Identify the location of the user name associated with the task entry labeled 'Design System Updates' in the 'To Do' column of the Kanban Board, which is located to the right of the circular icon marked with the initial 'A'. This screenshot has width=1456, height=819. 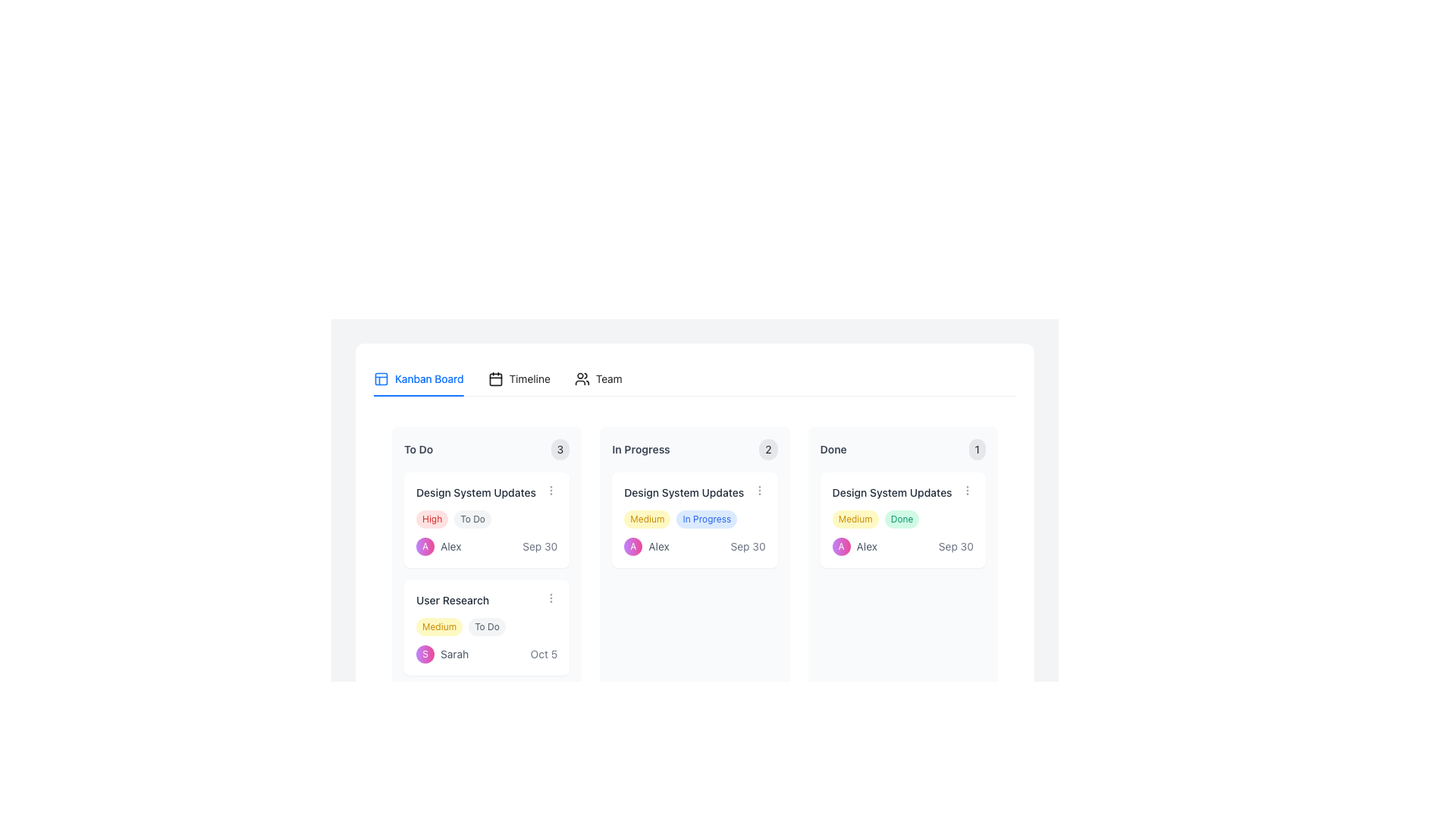
(450, 547).